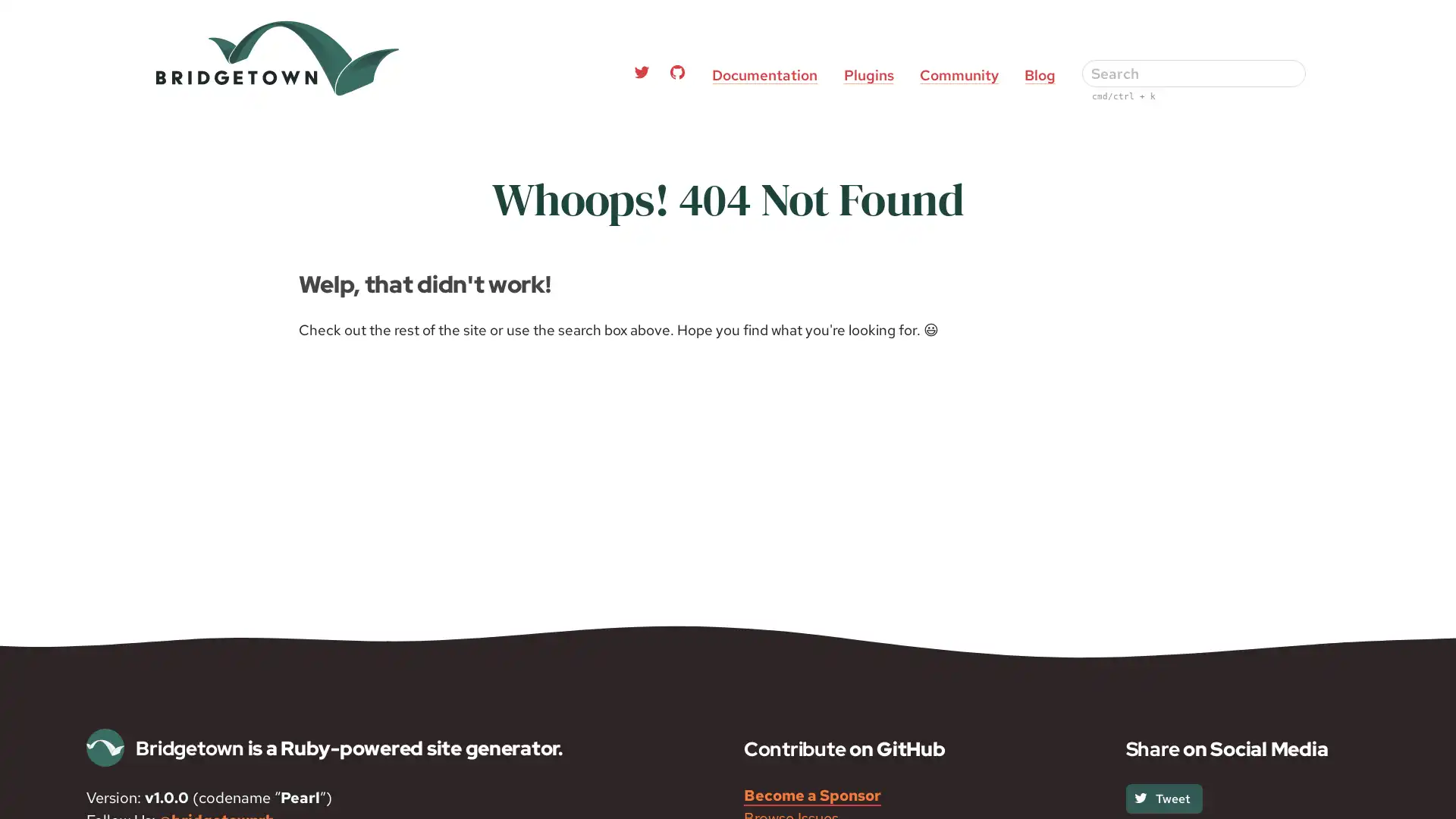 This screenshot has width=1456, height=819. Describe the element at coordinates (1163, 797) in the screenshot. I see `Tweet` at that location.